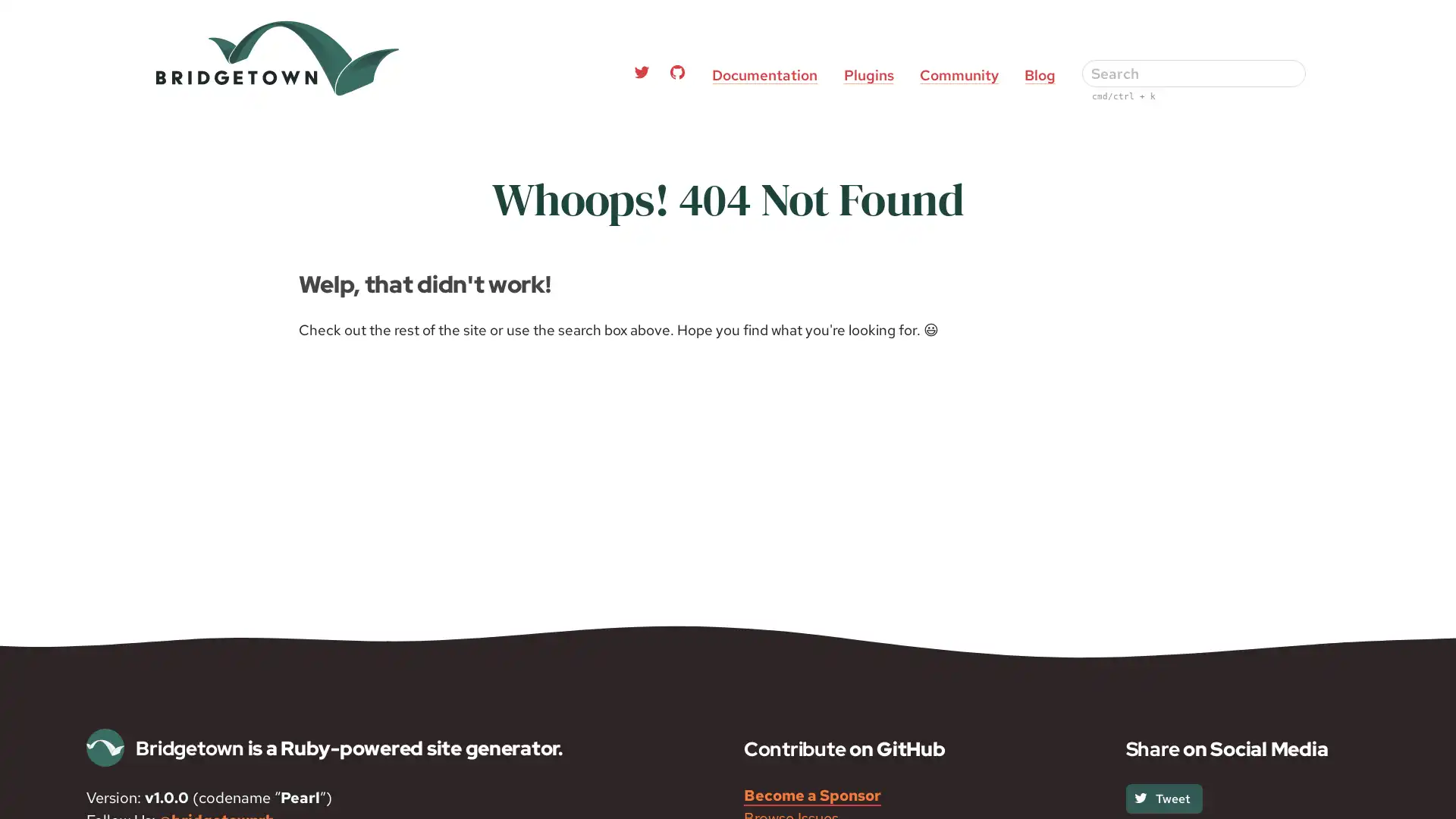 This screenshot has width=1456, height=819. Describe the element at coordinates (1163, 797) in the screenshot. I see `Tweet` at that location.